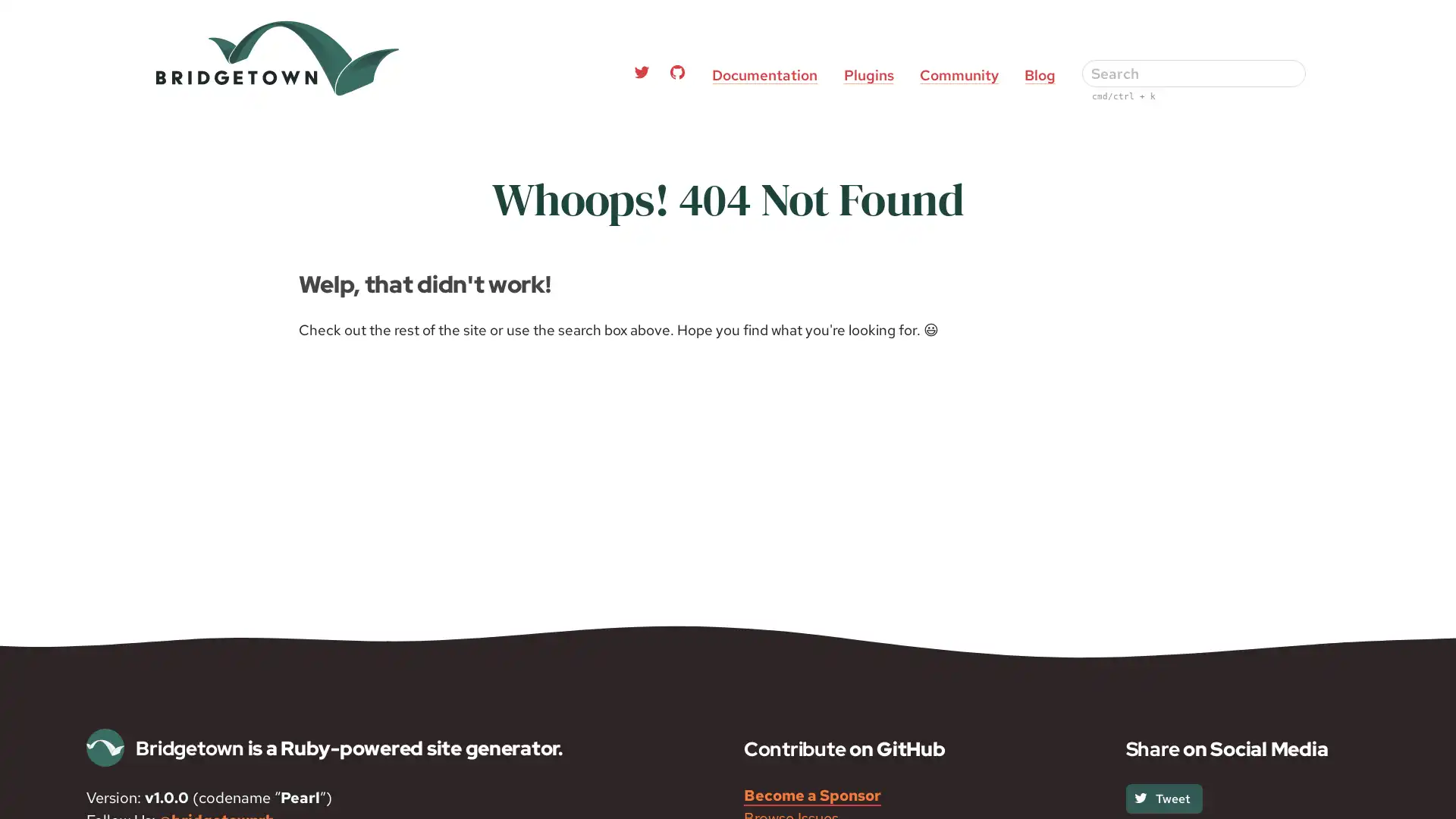 This screenshot has width=1456, height=819. Describe the element at coordinates (1163, 797) in the screenshot. I see `Tweet` at that location.